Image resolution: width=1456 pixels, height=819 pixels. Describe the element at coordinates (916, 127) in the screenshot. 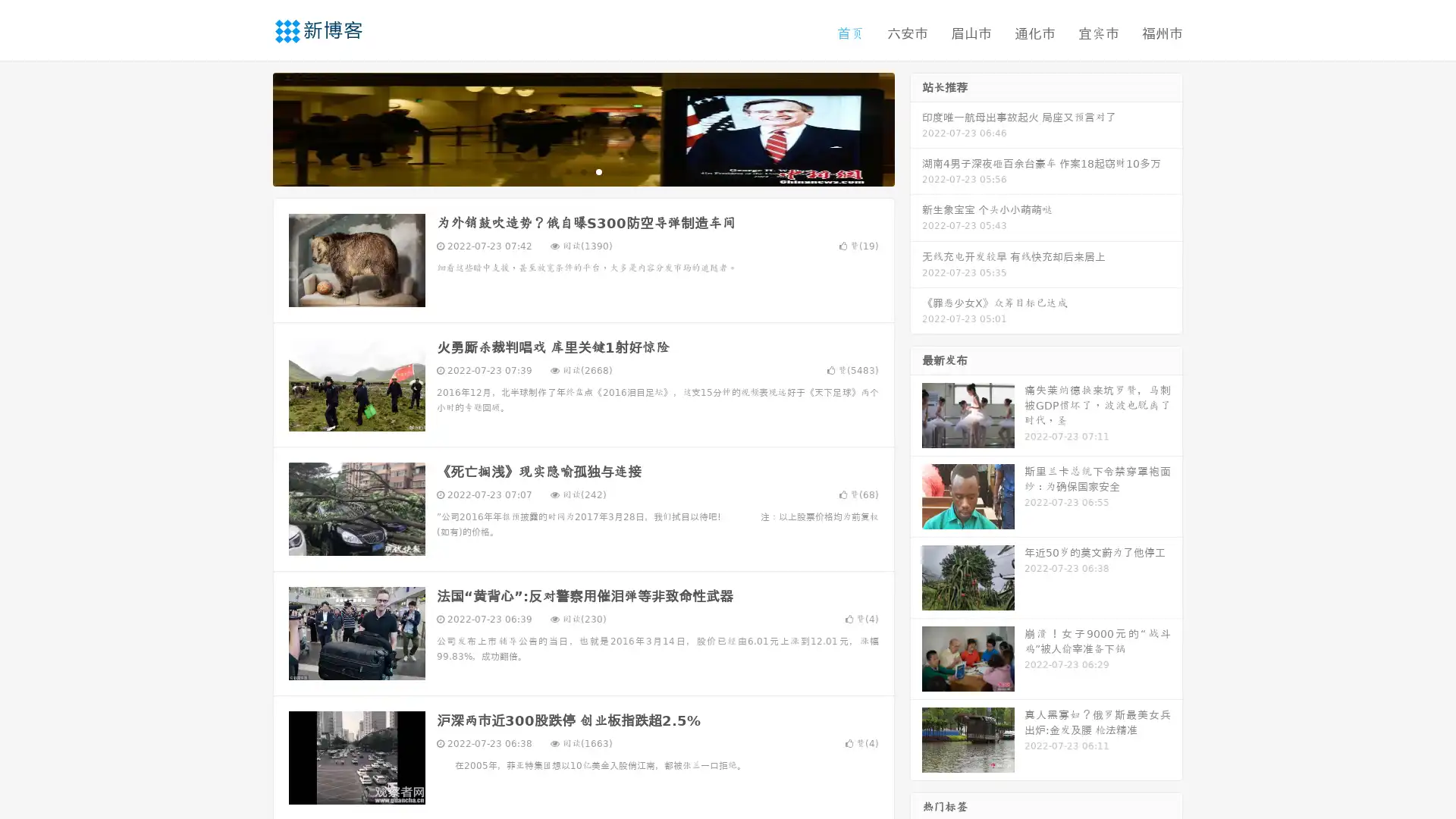

I see `Next slide` at that location.